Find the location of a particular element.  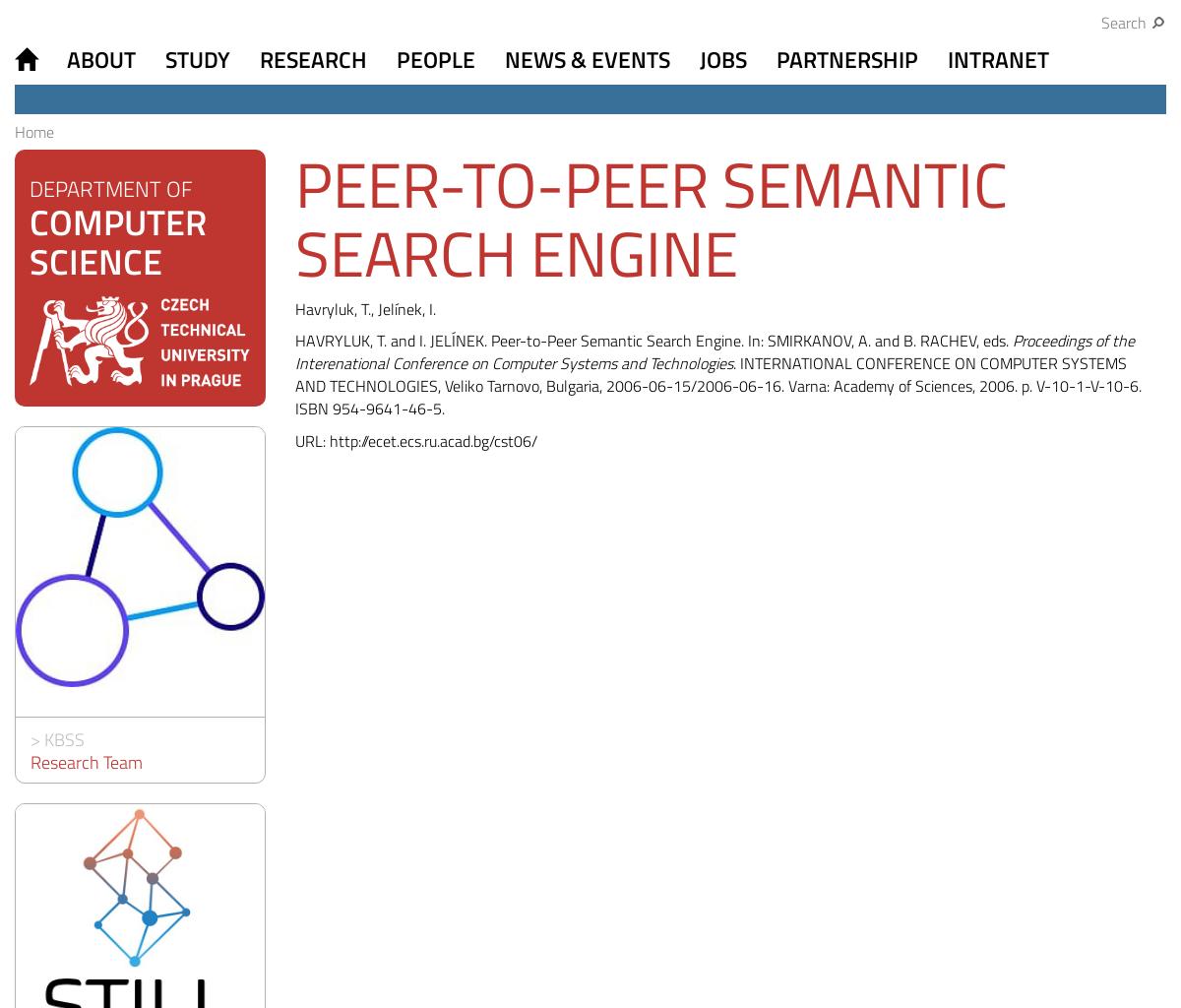

'Home' is located at coordinates (15, 131).